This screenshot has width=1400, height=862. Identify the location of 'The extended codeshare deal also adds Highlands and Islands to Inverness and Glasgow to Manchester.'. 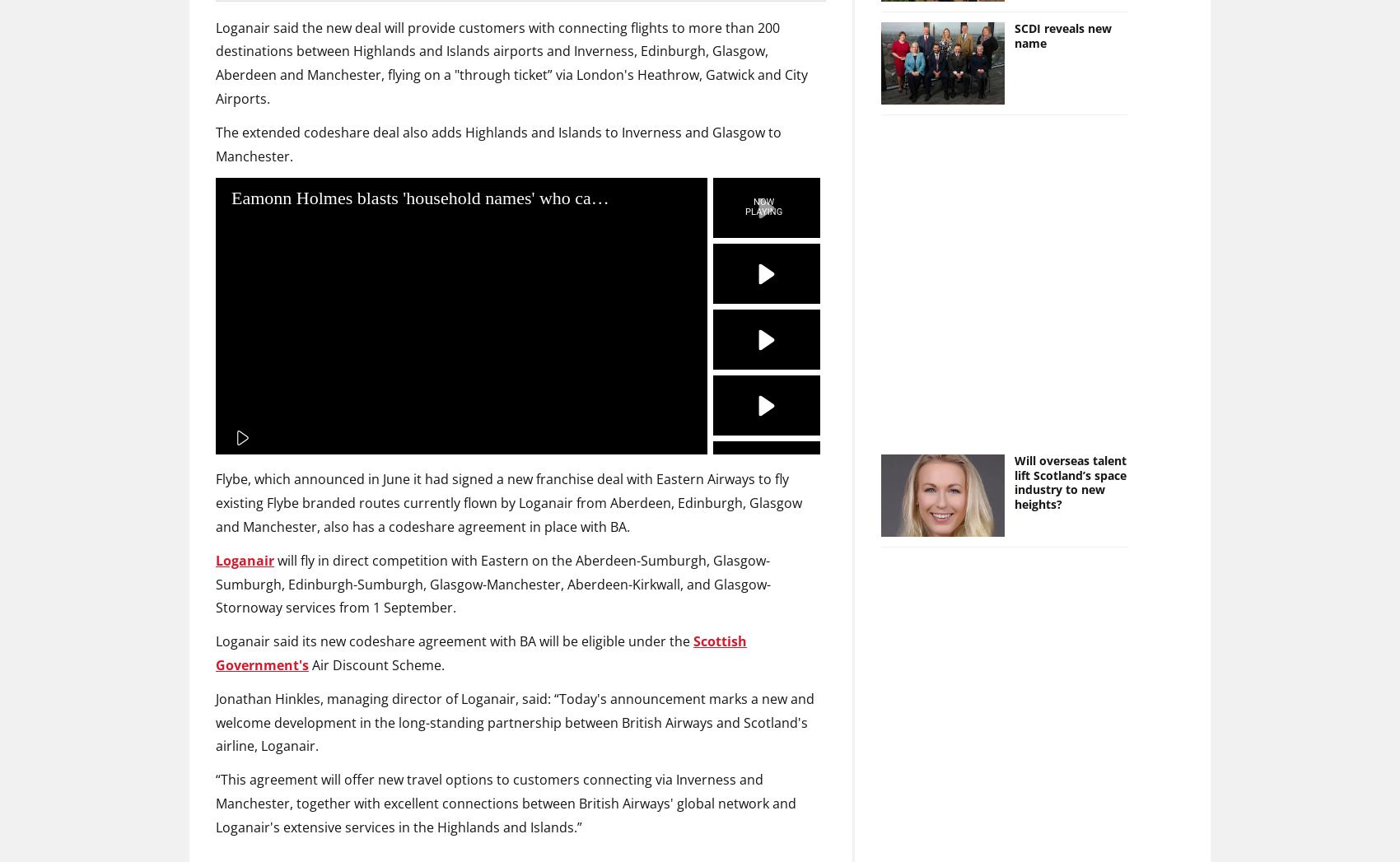
(497, 143).